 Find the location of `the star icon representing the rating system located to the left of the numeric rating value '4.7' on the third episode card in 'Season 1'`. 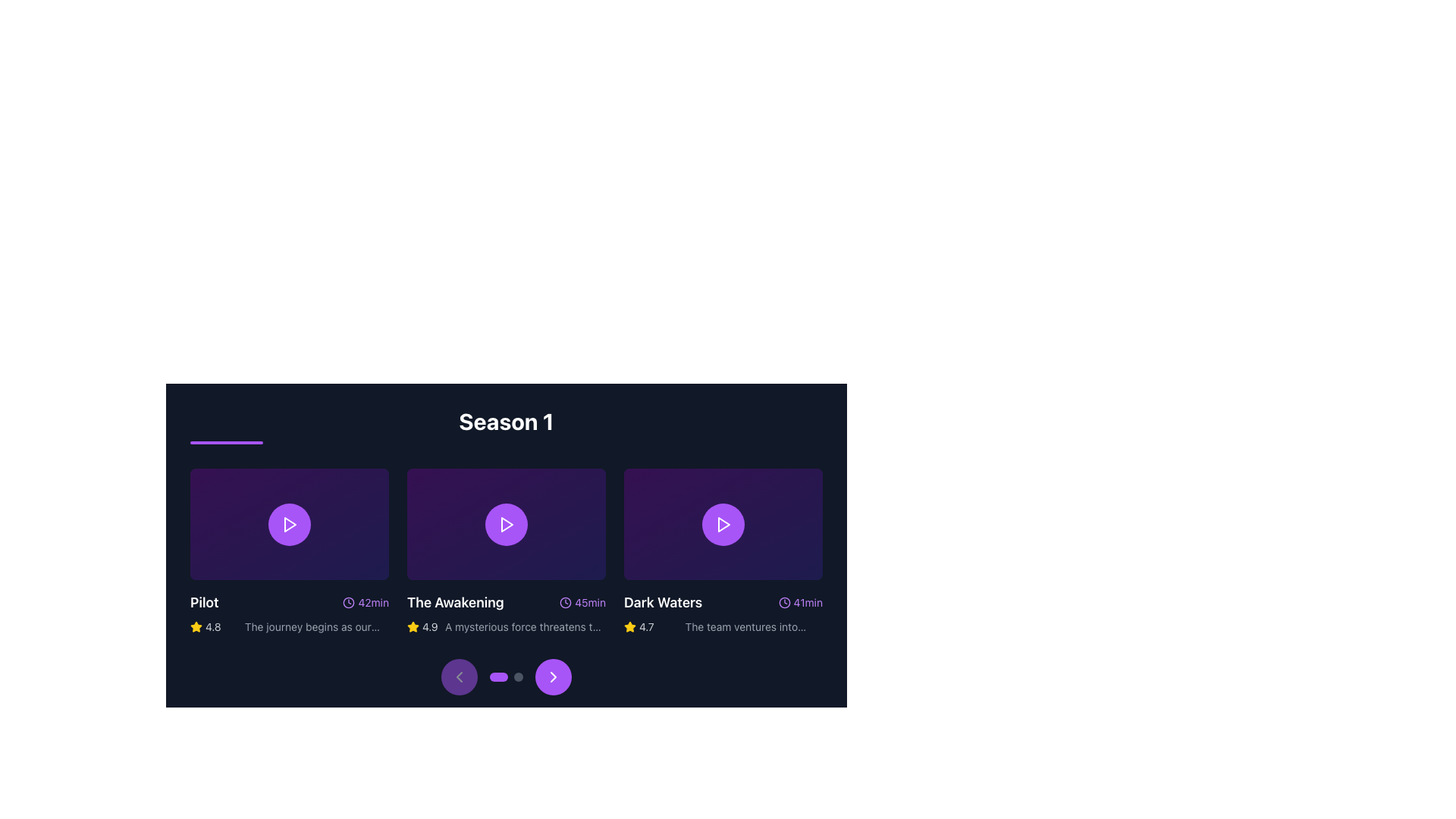

the star icon representing the rating system located to the left of the numeric rating value '4.7' on the third episode card in 'Season 1' is located at coordinates (629, 626).